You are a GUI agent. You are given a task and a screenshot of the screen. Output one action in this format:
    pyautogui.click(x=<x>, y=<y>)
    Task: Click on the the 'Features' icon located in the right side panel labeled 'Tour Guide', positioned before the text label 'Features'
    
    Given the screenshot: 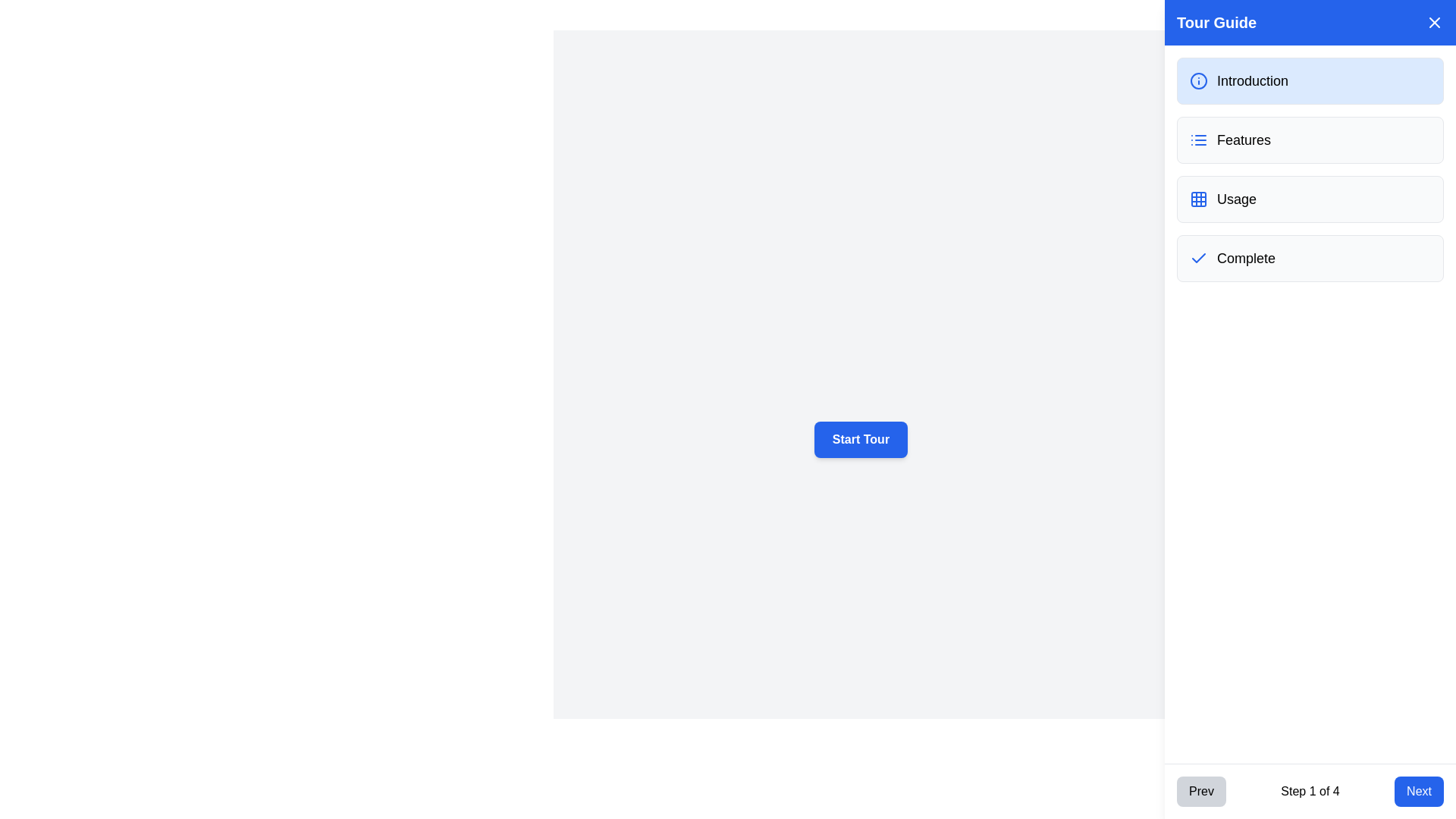 What is the action you would take?
    pyautogui.click(x=1197, y=140)
    